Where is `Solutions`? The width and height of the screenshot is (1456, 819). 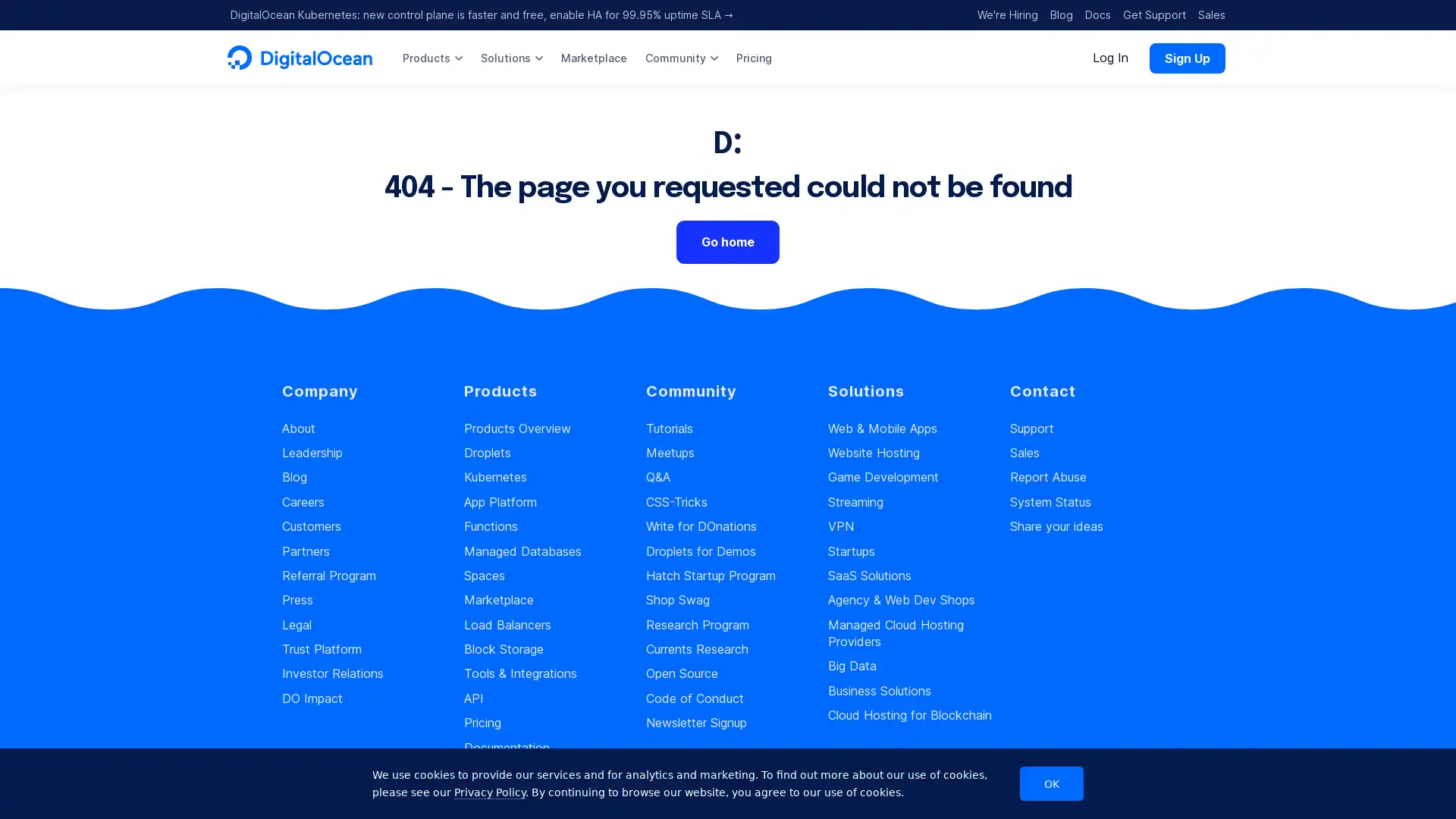
Solutions is located at coordinates (512, 57).